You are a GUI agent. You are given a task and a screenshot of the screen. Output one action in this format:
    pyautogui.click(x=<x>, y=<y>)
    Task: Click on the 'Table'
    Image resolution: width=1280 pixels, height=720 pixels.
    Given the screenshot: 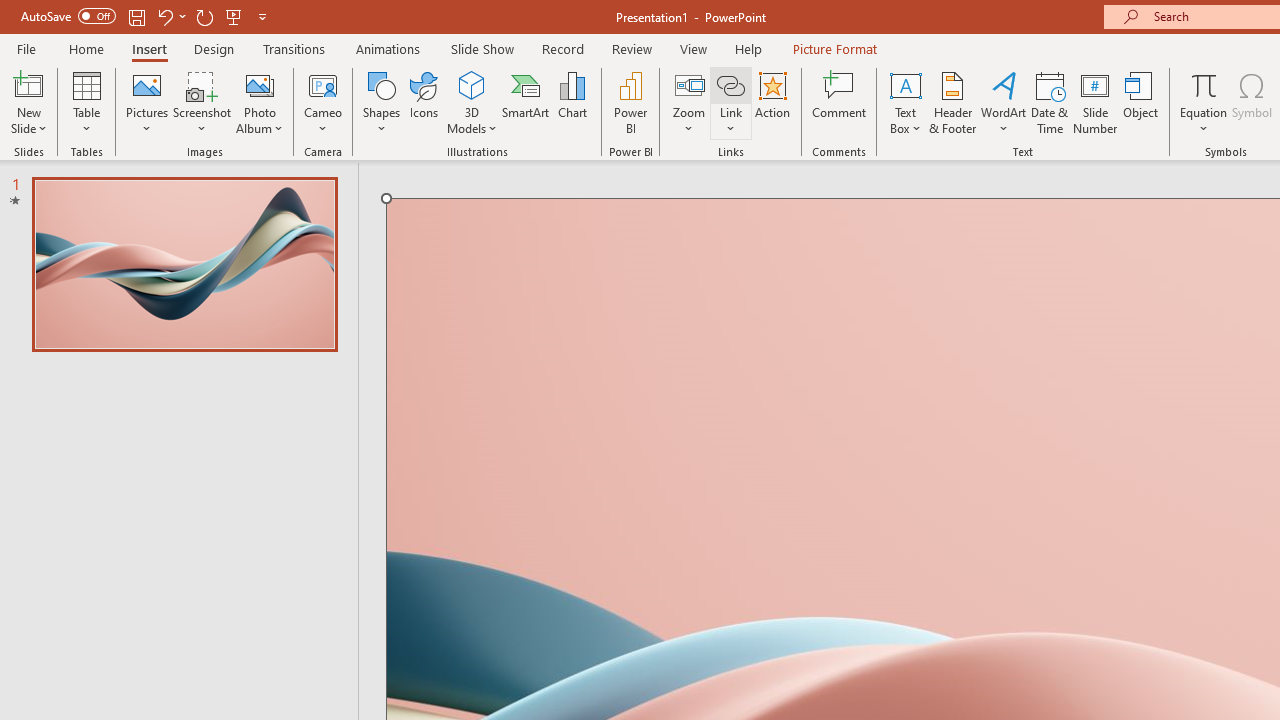 What is the action you would take?
    pyautogui.click(x=86, y=103)
    